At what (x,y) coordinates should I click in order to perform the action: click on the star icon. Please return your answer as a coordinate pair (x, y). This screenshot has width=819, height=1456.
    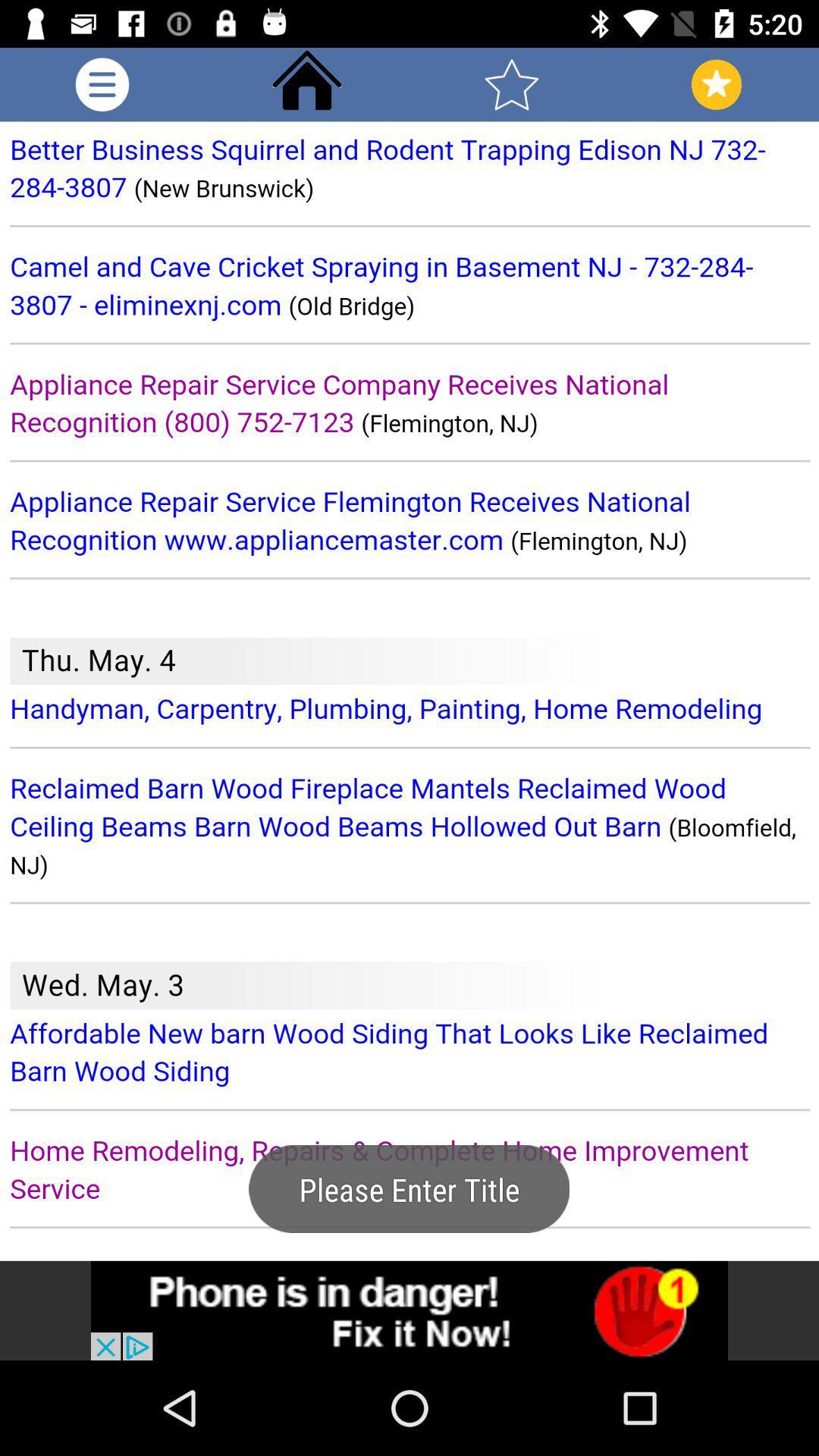
    Looking at the image, I should click on (512, 83).